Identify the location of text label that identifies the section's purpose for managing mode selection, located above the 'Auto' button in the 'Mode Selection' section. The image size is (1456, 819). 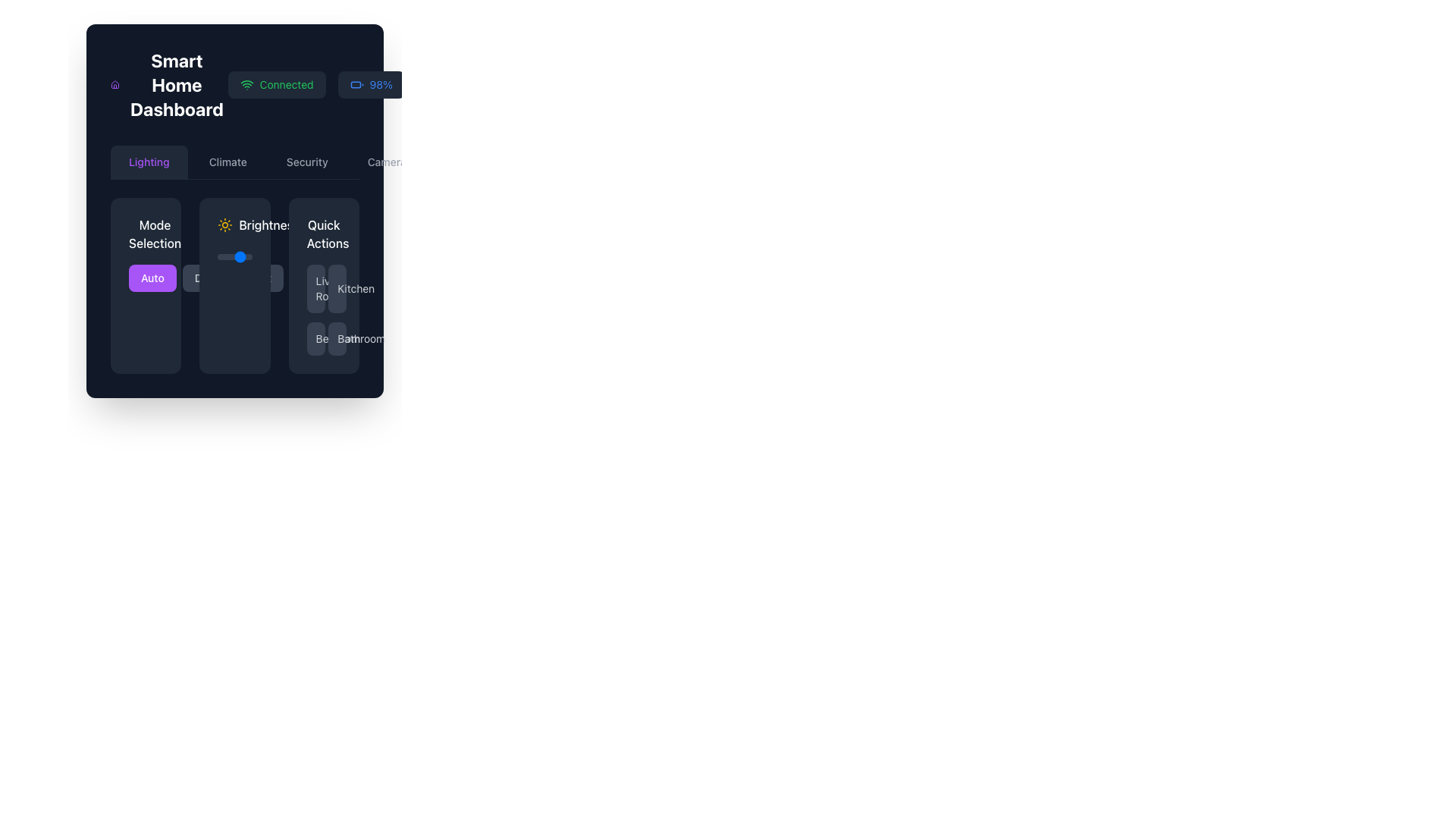
(155, 234).